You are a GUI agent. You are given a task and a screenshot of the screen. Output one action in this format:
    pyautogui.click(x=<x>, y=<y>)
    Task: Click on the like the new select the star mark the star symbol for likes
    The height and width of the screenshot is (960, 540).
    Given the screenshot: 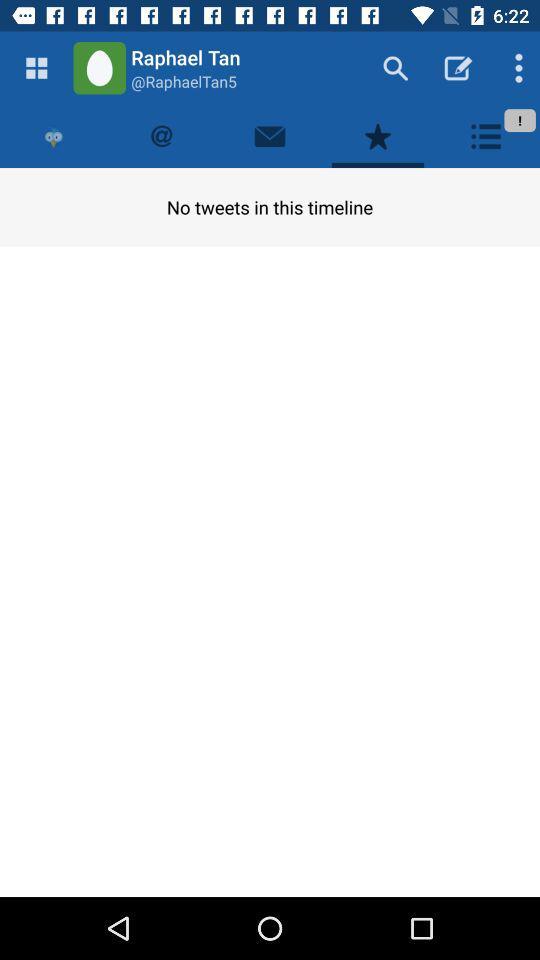 What is the action you would take?
    pyautogui.click(x=378, y=135)
    